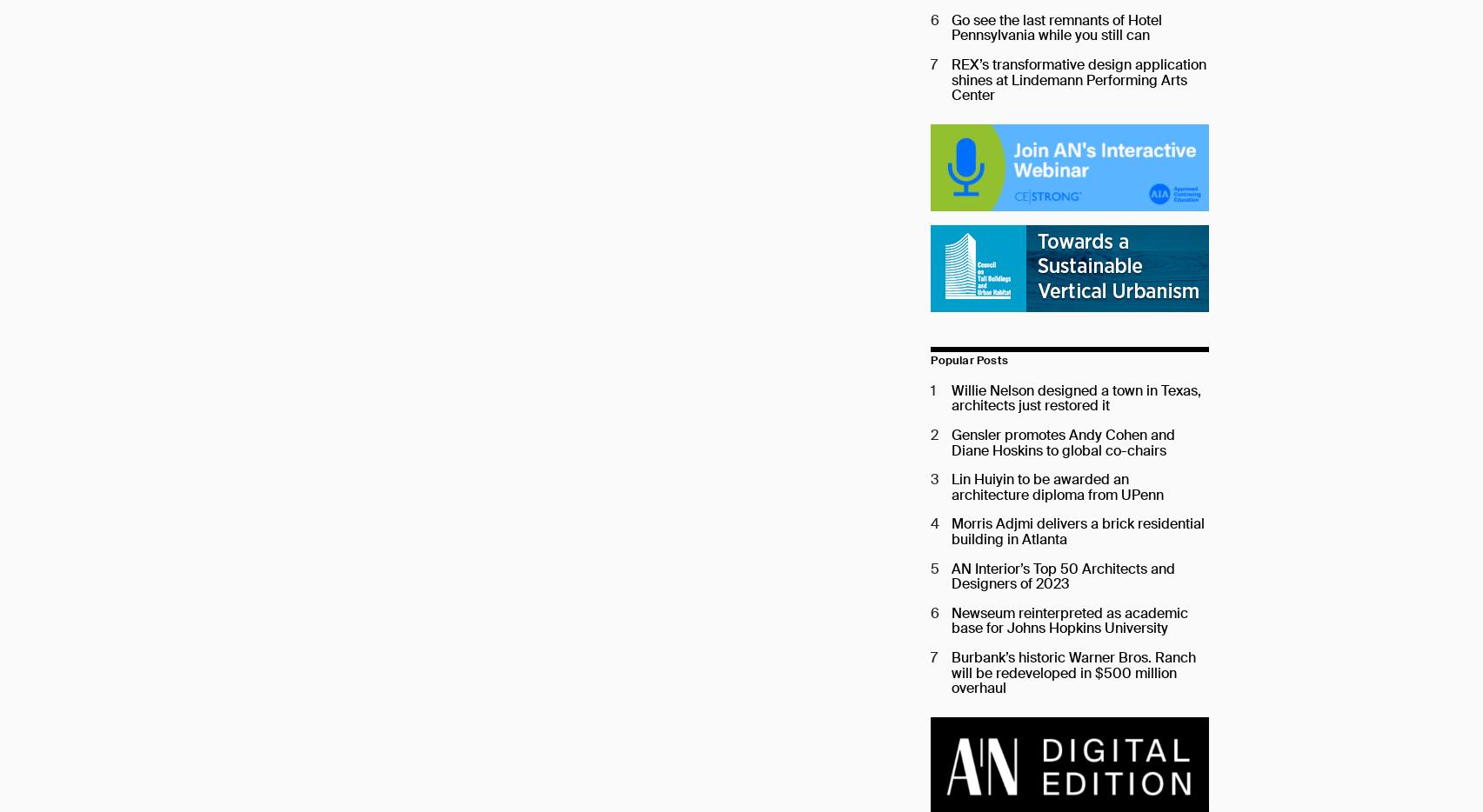  What do you see at coordinates (950, 79) in the screenshot?
I see `'REX’s transformative design application shines at Lindemann Performing Arts Center'` at bounding box center [950, 79].